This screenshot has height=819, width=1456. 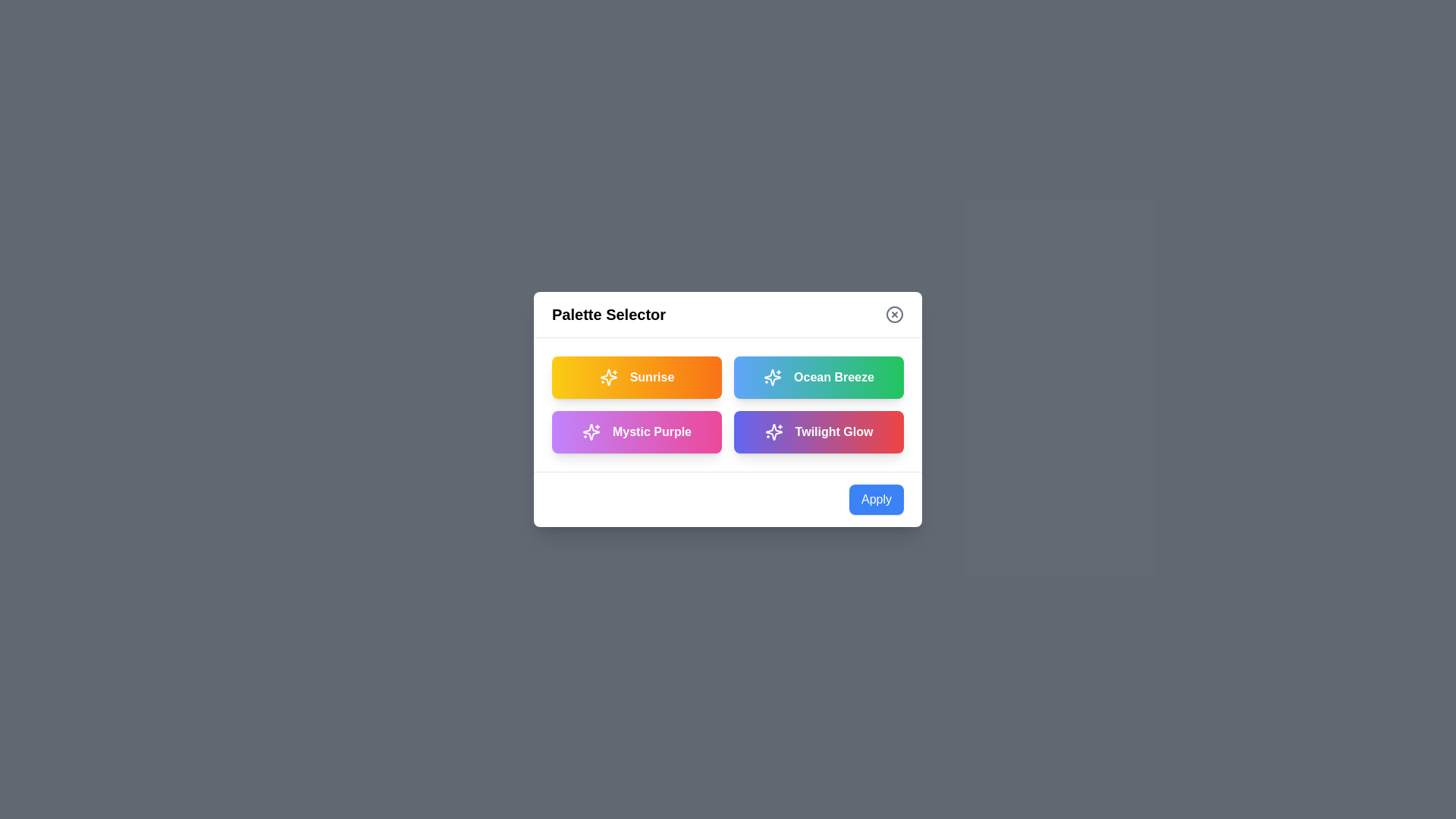 What do you see at coordinates (818, 432) in the screenshot?
I see `the palette card labeled Twilight Glow to select it` at bounding box center [818, 432].